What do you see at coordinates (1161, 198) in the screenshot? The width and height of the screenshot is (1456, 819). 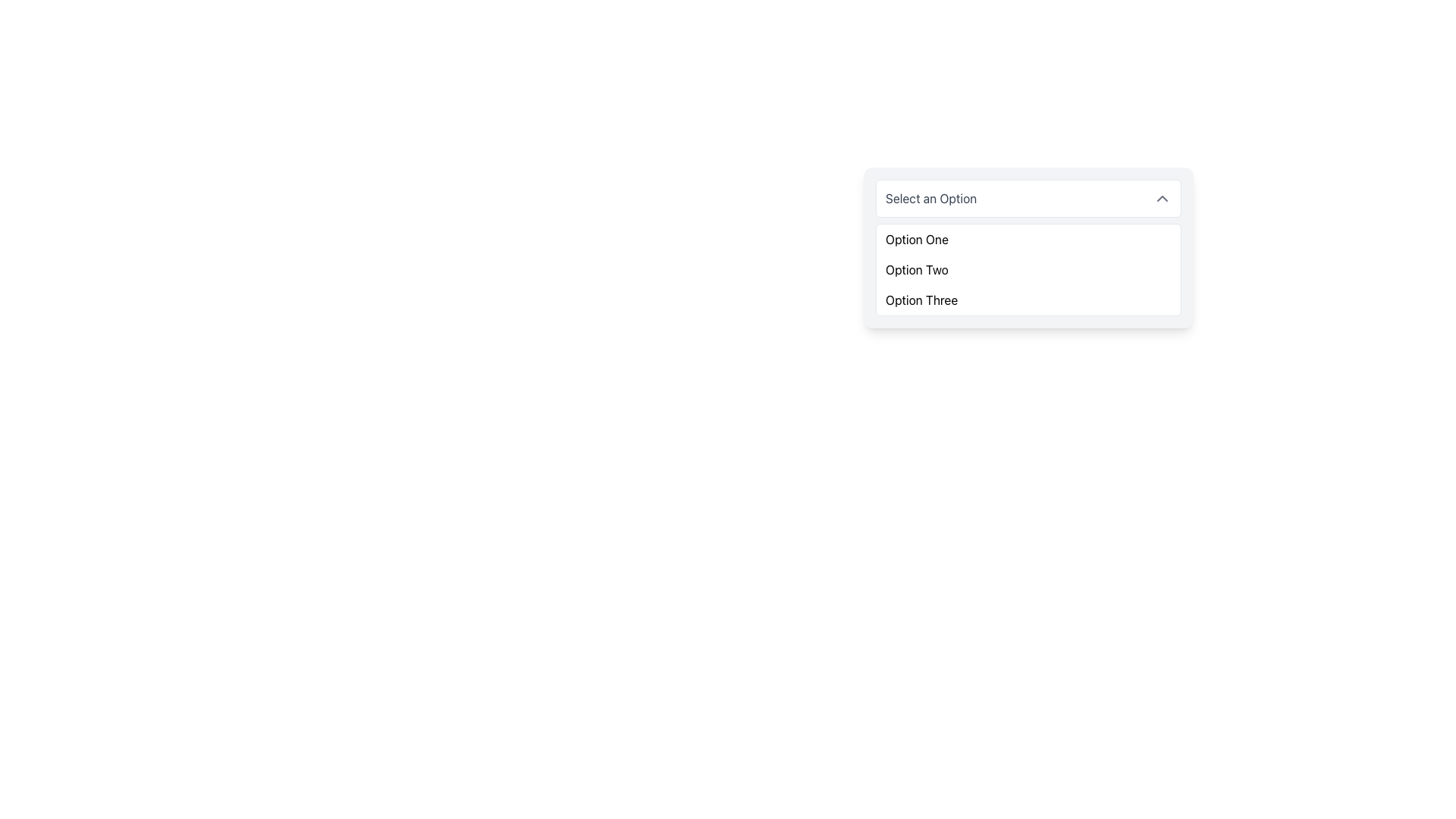 I see `the downward-facing chevron arrow icon` at bounding box center [1161, 198].